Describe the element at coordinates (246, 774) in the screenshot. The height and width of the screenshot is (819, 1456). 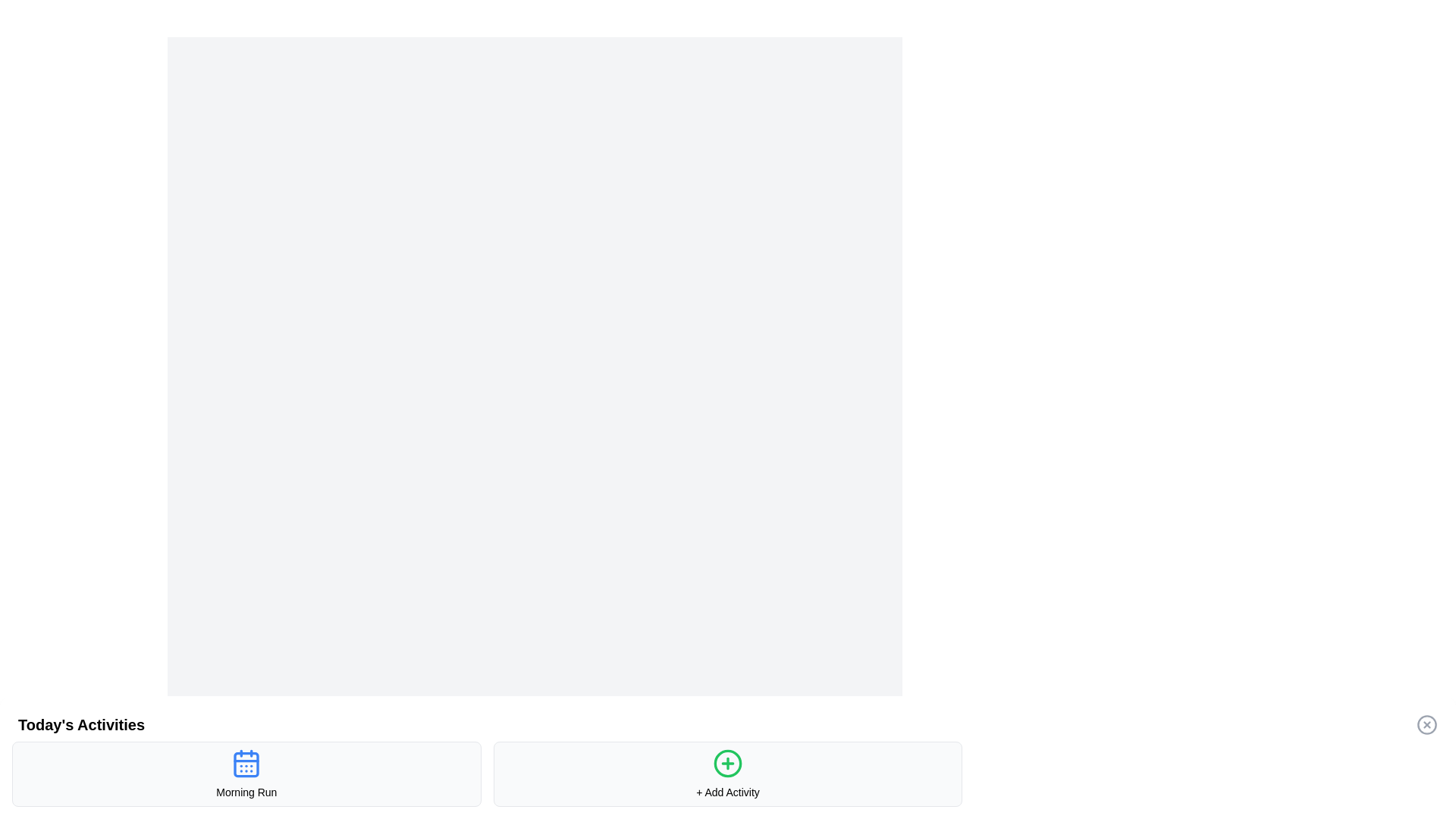
I see `the leftmost Card component in the grid layout displaying the title 'Morning Run'` at that location.